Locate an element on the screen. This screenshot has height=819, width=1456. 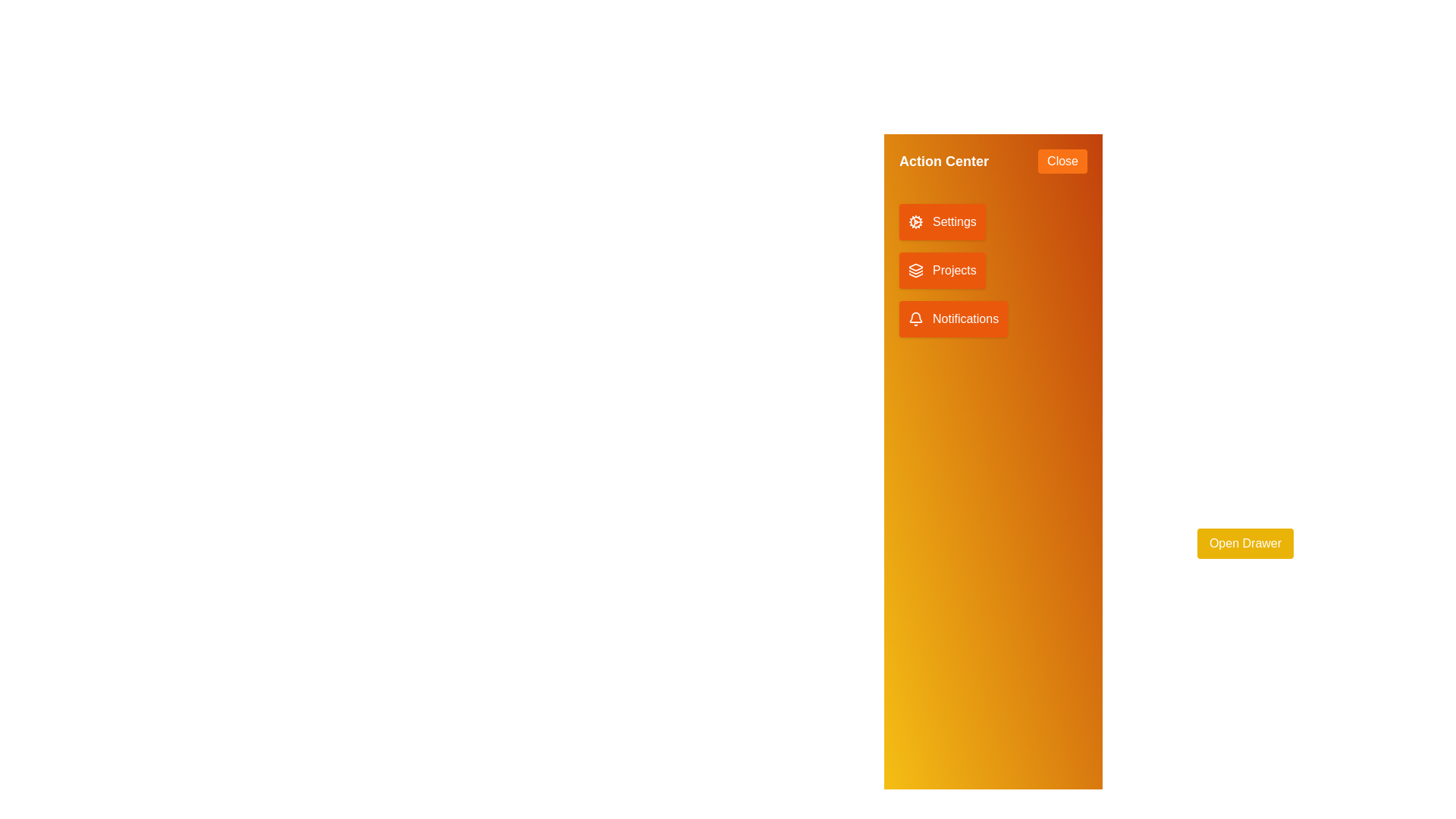
the 'Notifications' button to view notifications is located at coordinates (952, 318).